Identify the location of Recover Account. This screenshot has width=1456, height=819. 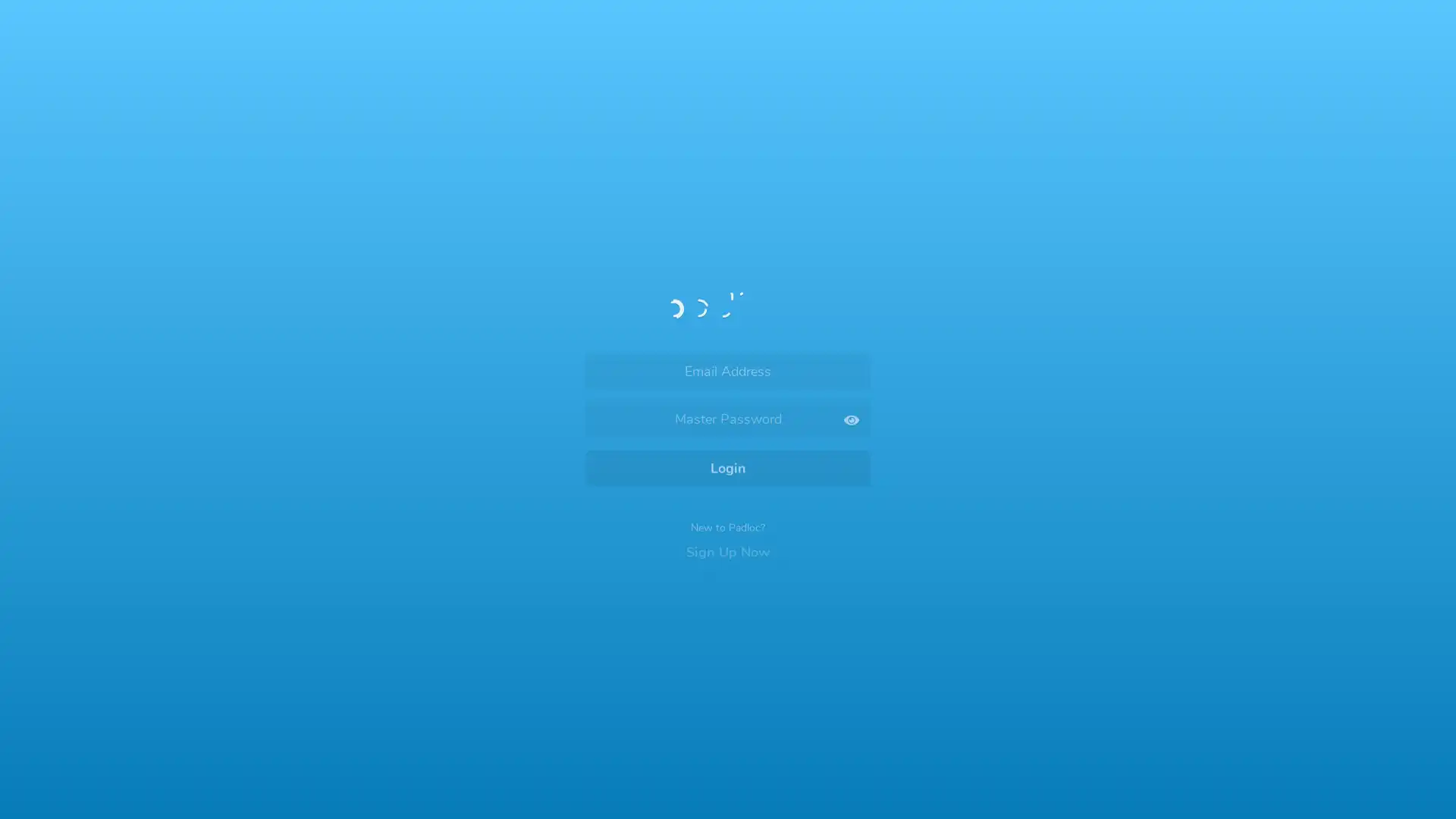
(728, 692).